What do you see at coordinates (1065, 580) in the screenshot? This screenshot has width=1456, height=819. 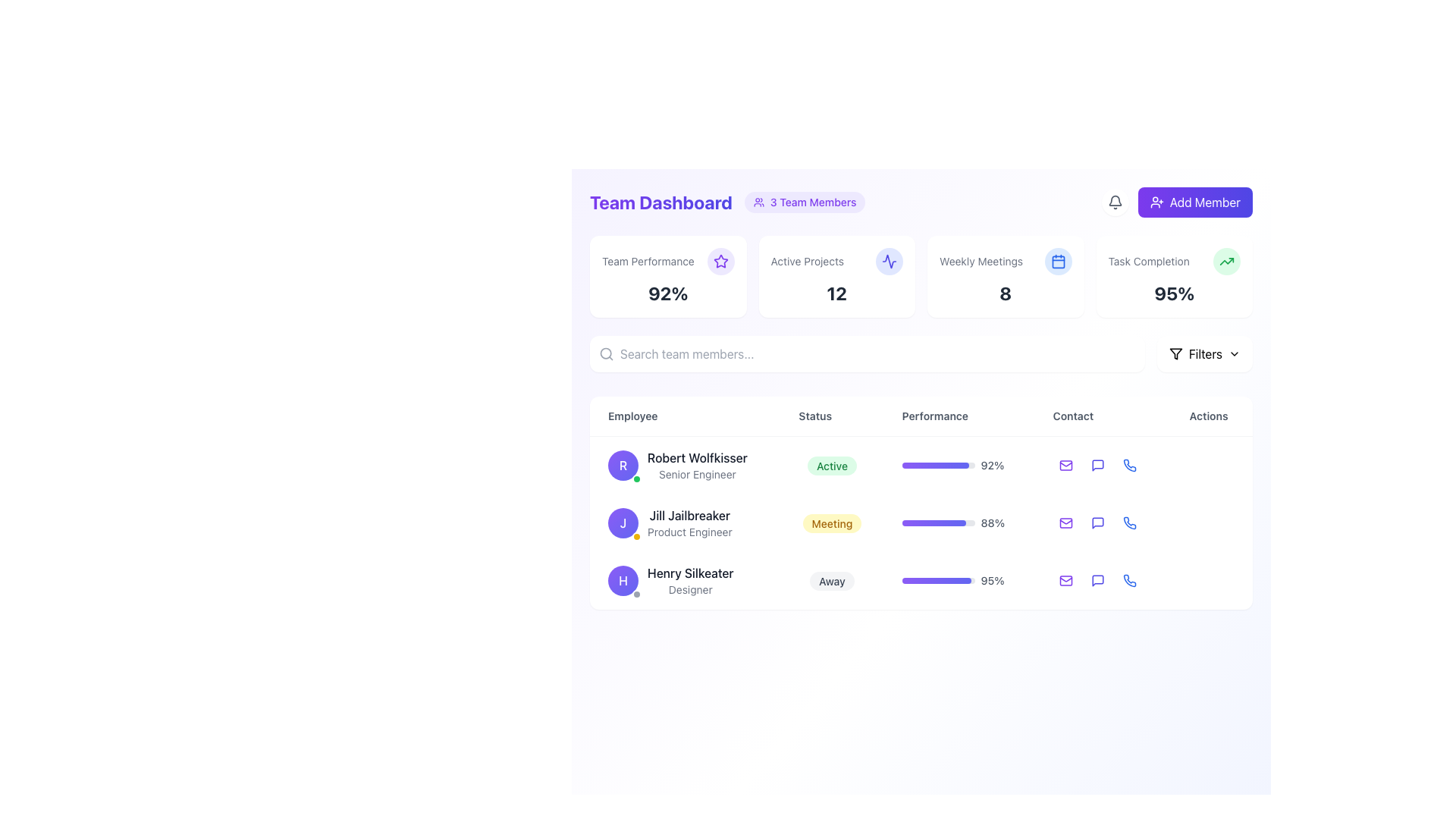 I see `the email button icon, which is violet and has rounded corners, located in the 'Actions' column for the last entry labeled 'Henry Silkeater.'` at bounding box center [1065, 580].